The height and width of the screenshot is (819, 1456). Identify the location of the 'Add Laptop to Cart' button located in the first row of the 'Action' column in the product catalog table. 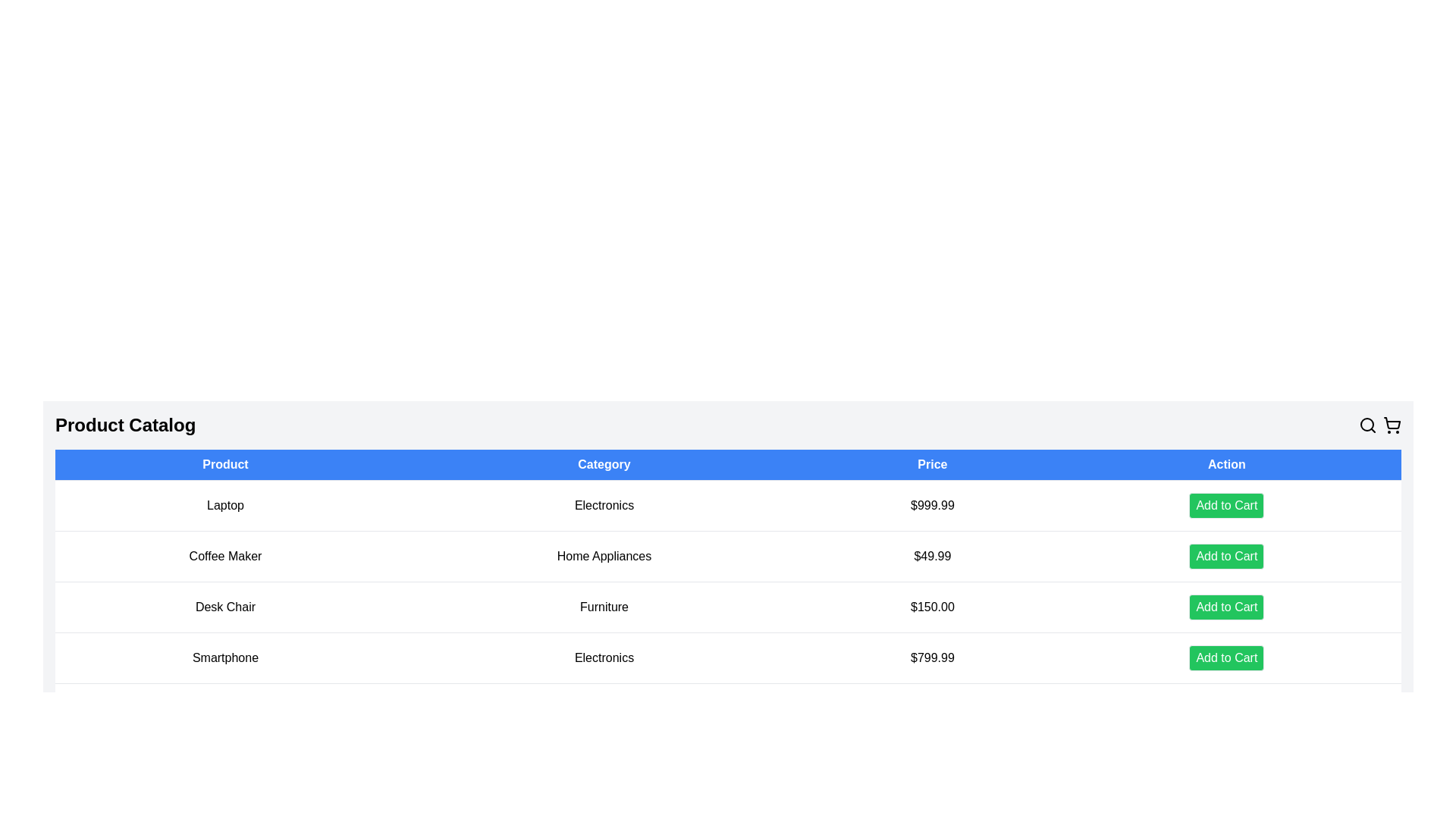
(1226, 506).